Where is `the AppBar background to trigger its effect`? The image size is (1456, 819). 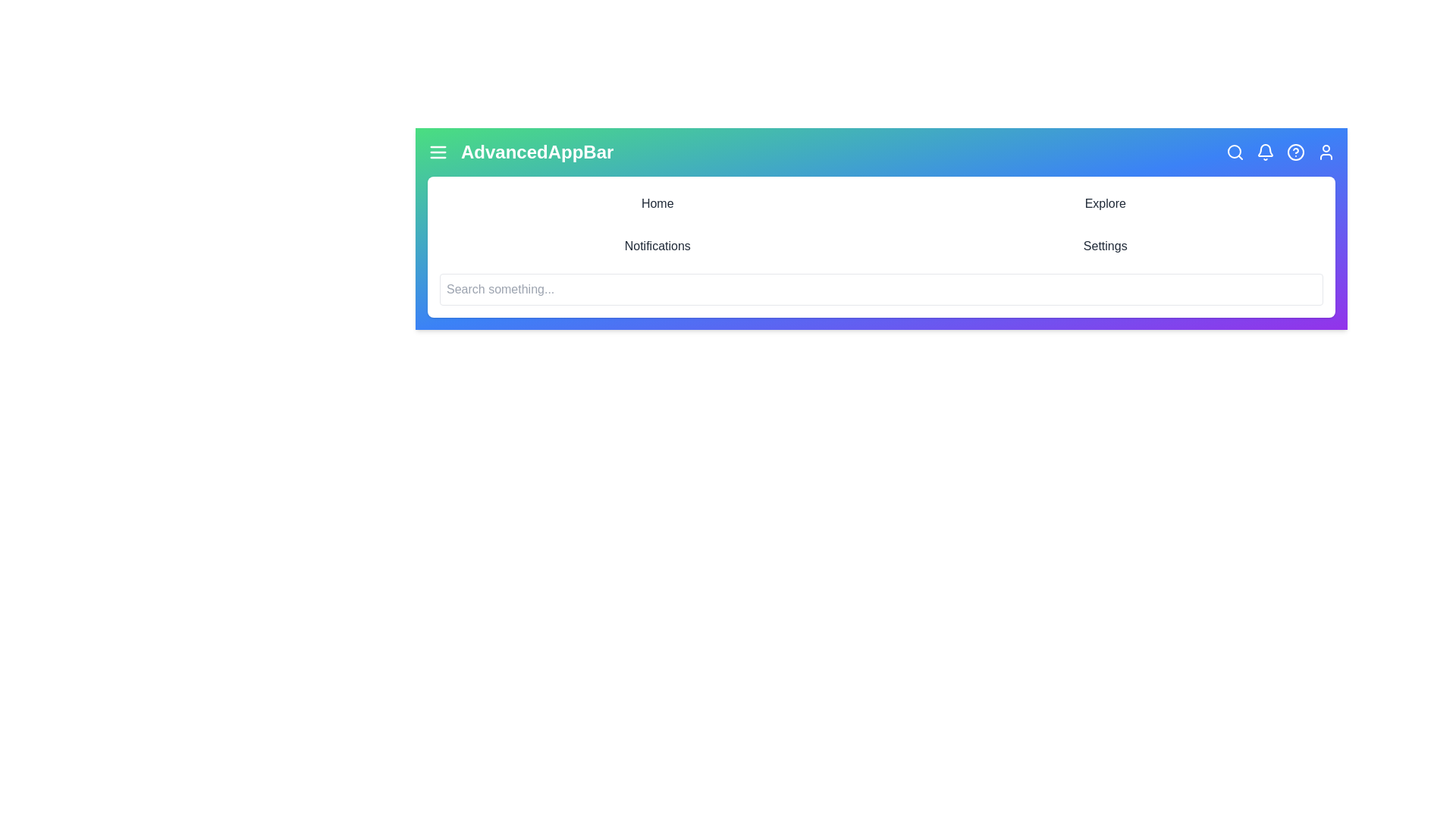 the AppBar background to trigger its effect is located at coordinates (881, 228).